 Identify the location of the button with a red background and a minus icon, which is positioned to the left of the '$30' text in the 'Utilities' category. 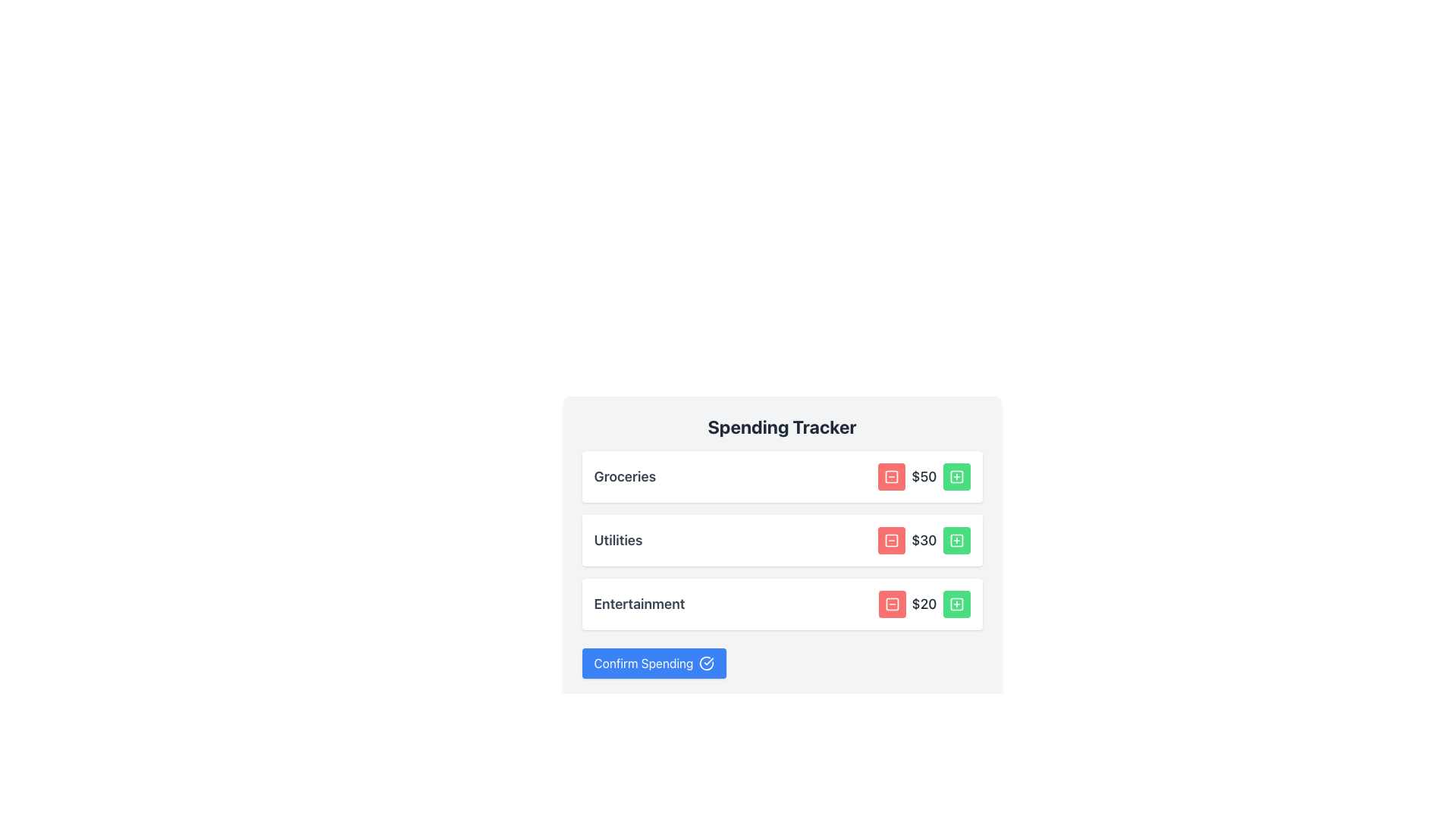
(892, 540).